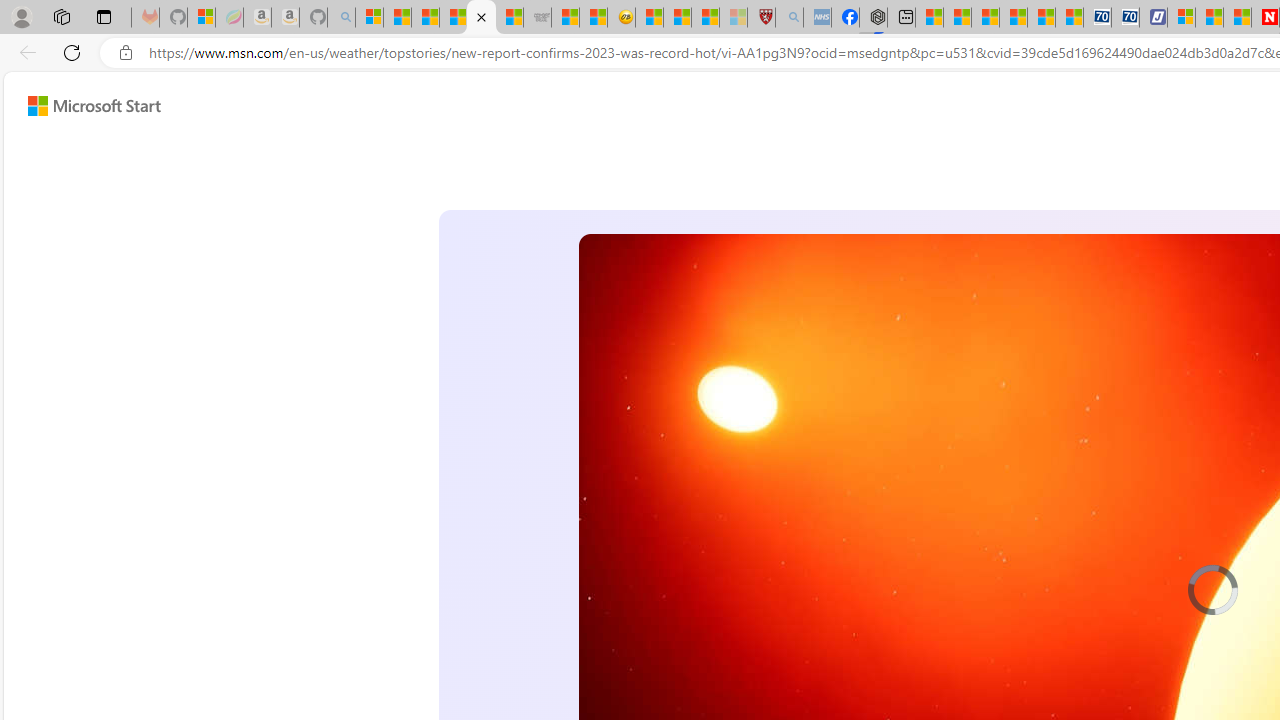 This screenshot has height=720, width=1280. What do you see at coordinates (1125, 17) in the screenshot?
I see `'Cheap Hotels - Save70.com'` at bounding box center [1125, 17].